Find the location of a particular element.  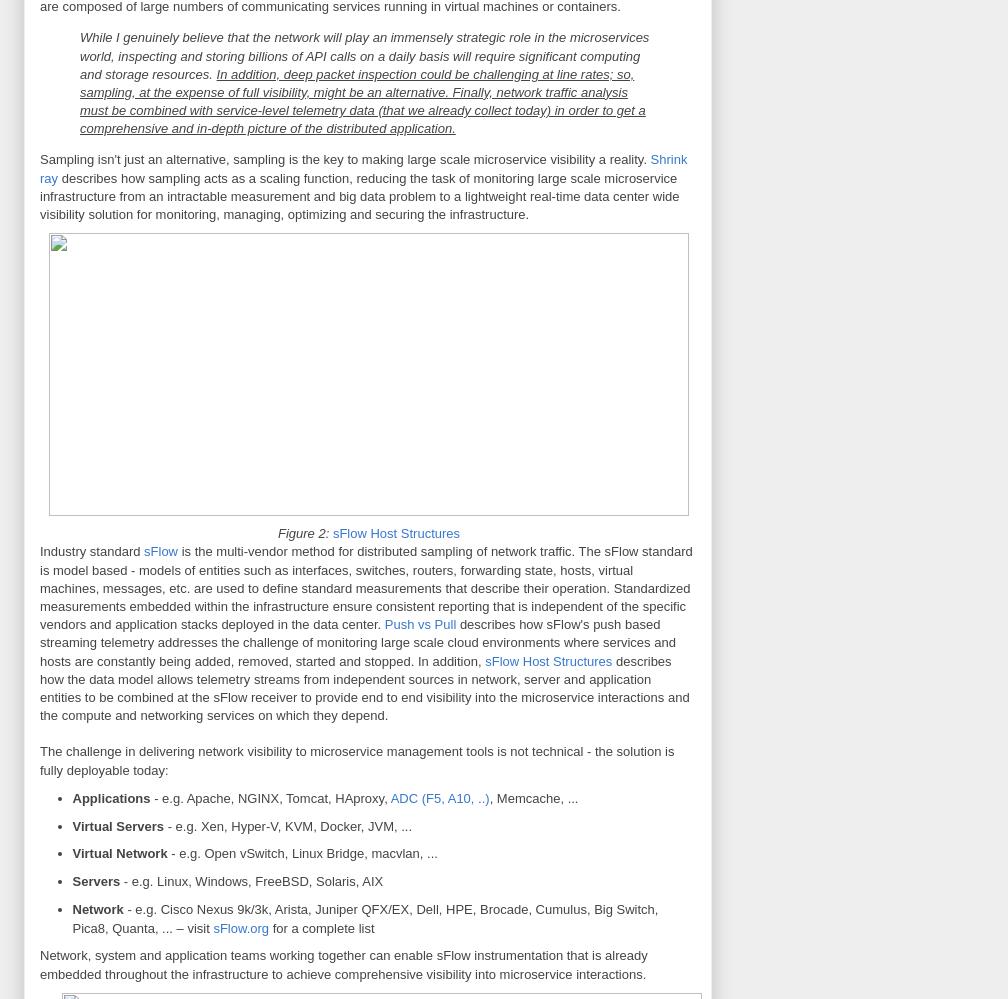

'The challenge in delivering network visibility to microservice management tools is not technical - the solution is fully deployable today:' is located at coordinates (357, 759).